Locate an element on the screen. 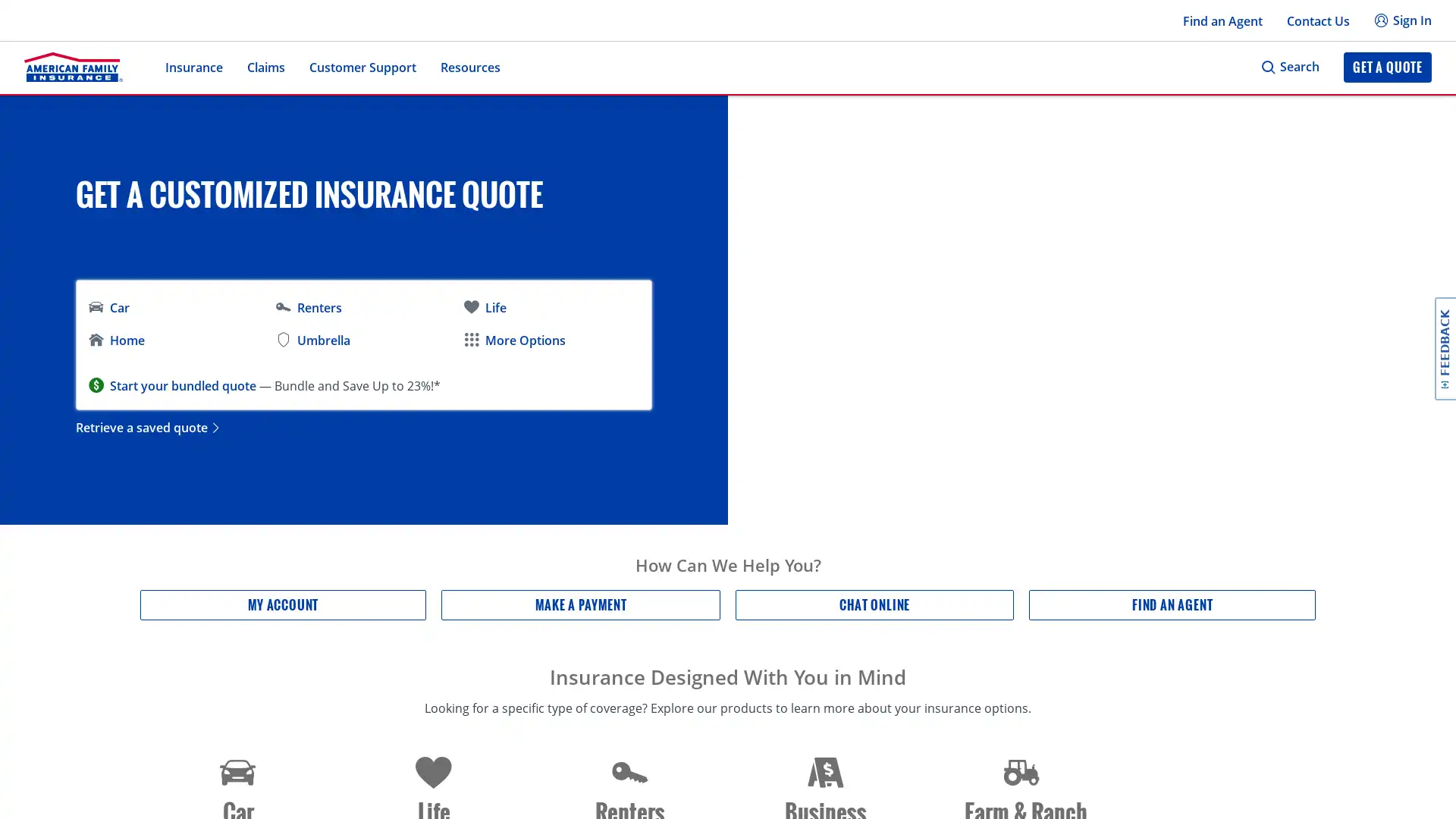 This screenshot has width=1456, height=819. Start your bundled quote is located at coordinates (182, 384).